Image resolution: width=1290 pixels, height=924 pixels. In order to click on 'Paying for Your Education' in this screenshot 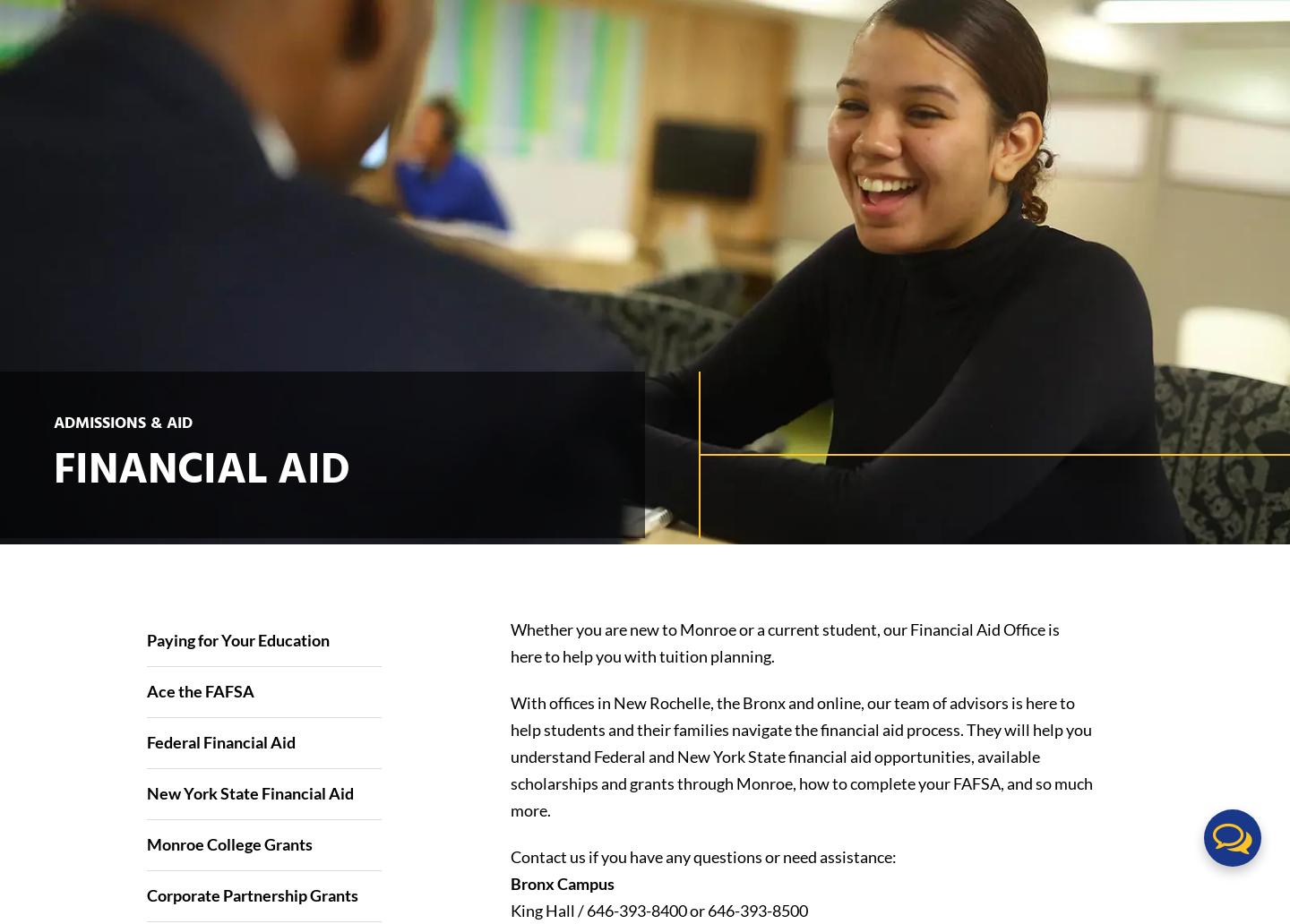, I will do `click(236, 638)`.